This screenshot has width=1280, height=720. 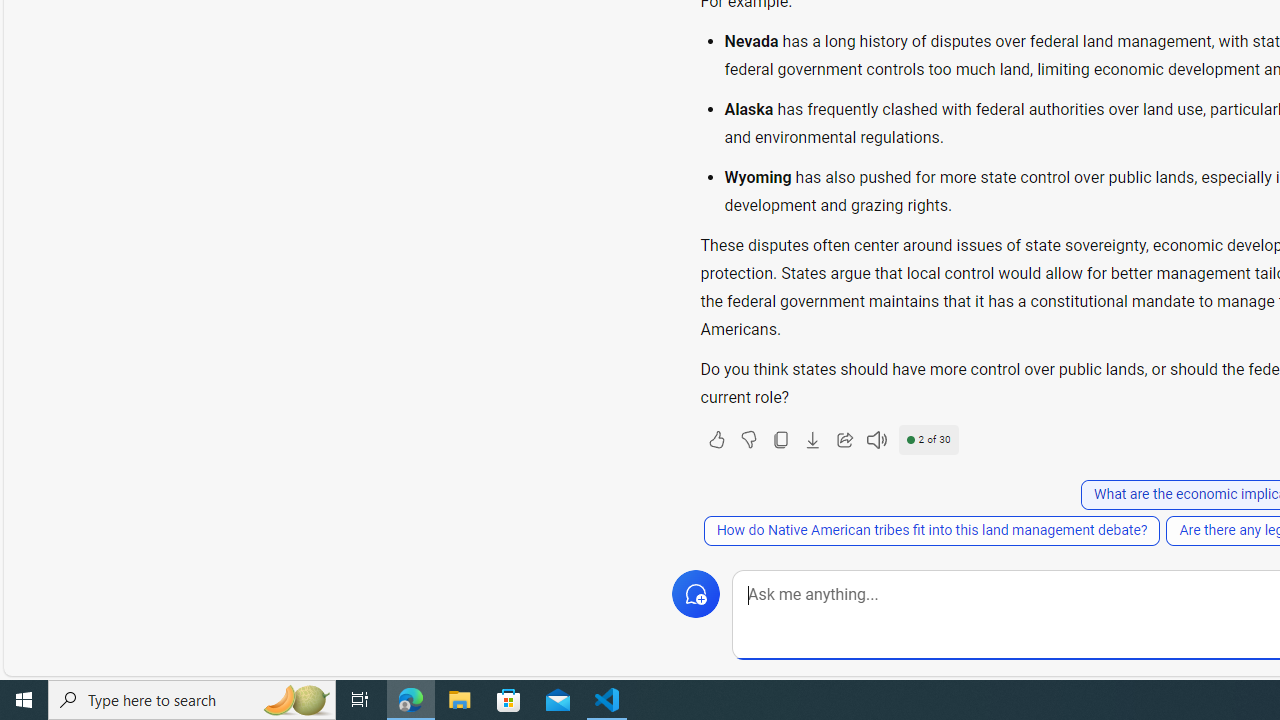 I want to click on 'Read aloud', so click(x=876, y=438).